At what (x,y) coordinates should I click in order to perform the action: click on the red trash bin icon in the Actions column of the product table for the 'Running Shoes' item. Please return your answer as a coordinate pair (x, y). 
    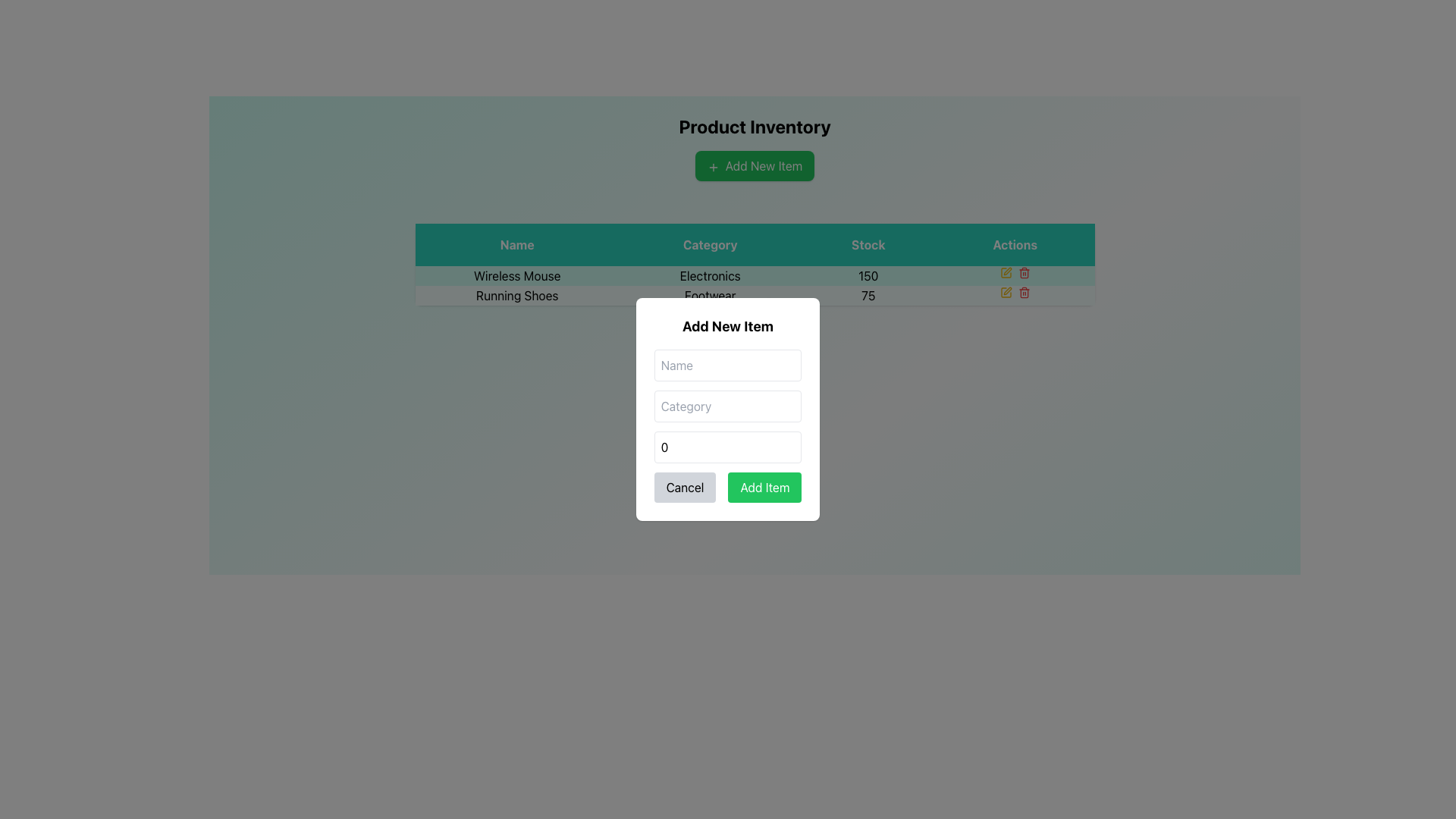
    Looking at the image, I should click on (1015, 292).